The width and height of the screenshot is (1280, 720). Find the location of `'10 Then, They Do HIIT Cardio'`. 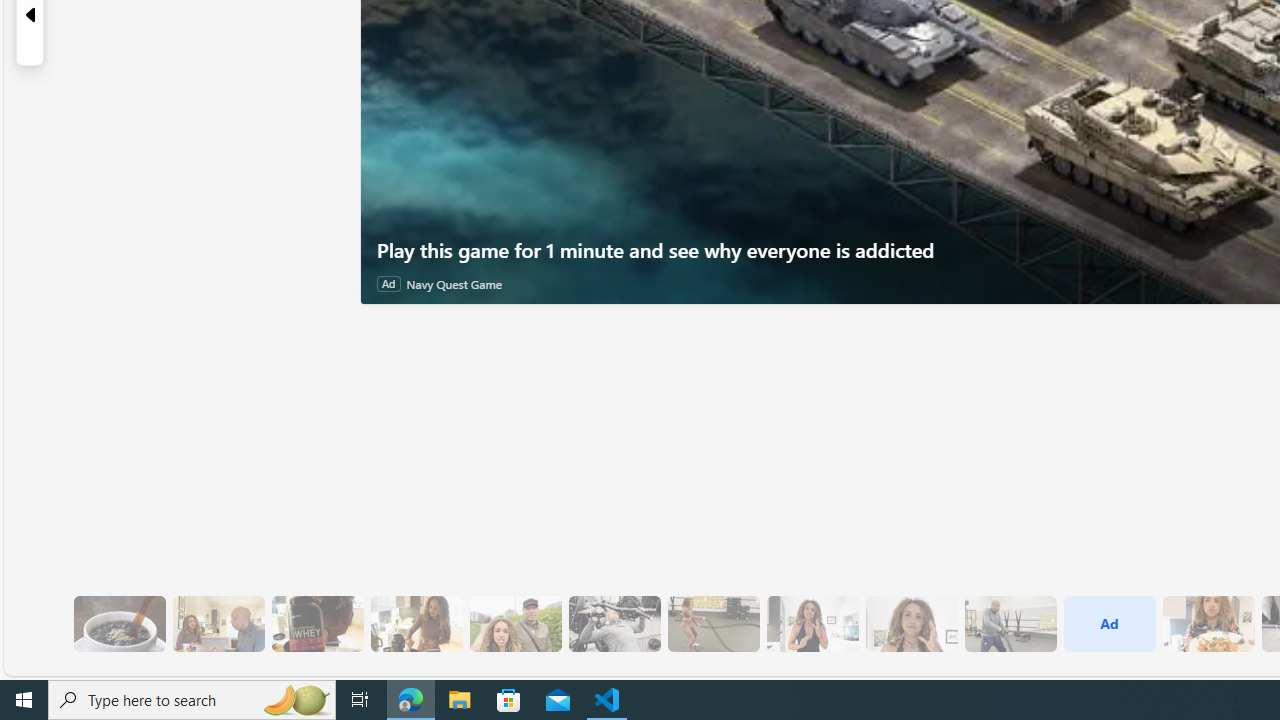

'10 Then, They Do HIIT Cardio' is located at coordinates (713, 623).